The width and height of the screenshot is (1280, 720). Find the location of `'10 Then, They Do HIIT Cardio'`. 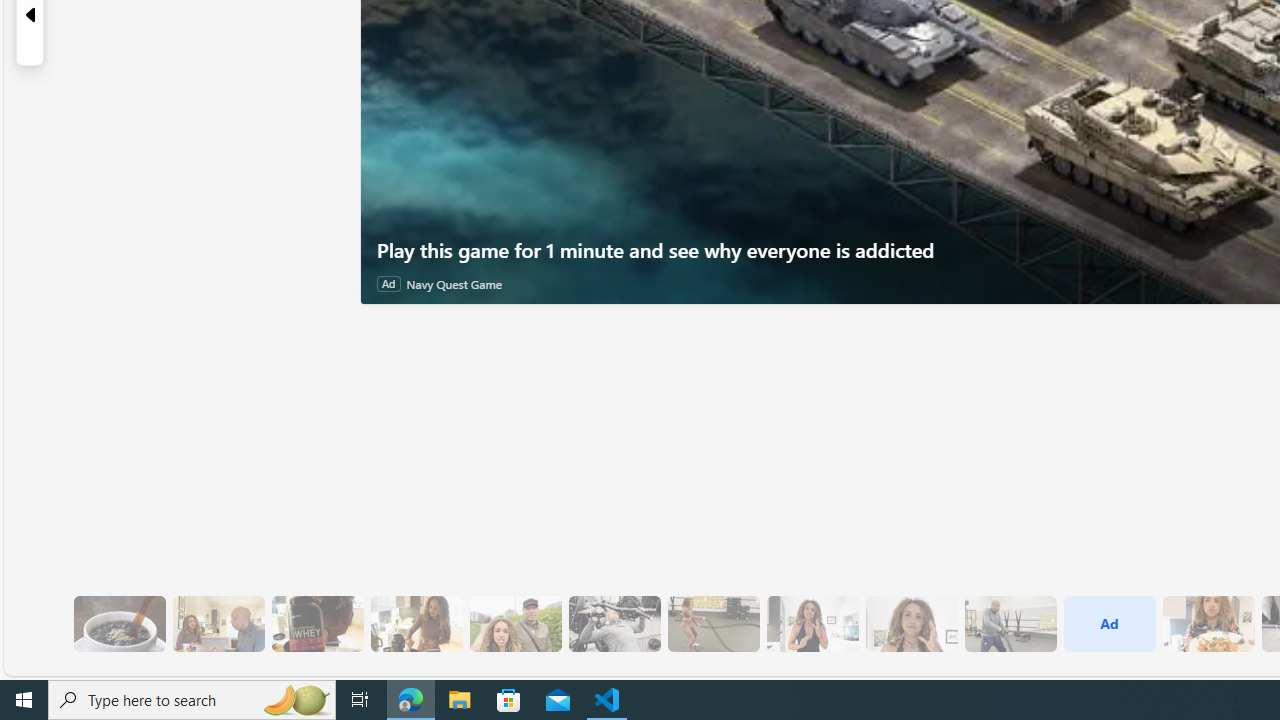

'10 Then, They Do HIIT Cardio' is located at coordinates (713, 623).